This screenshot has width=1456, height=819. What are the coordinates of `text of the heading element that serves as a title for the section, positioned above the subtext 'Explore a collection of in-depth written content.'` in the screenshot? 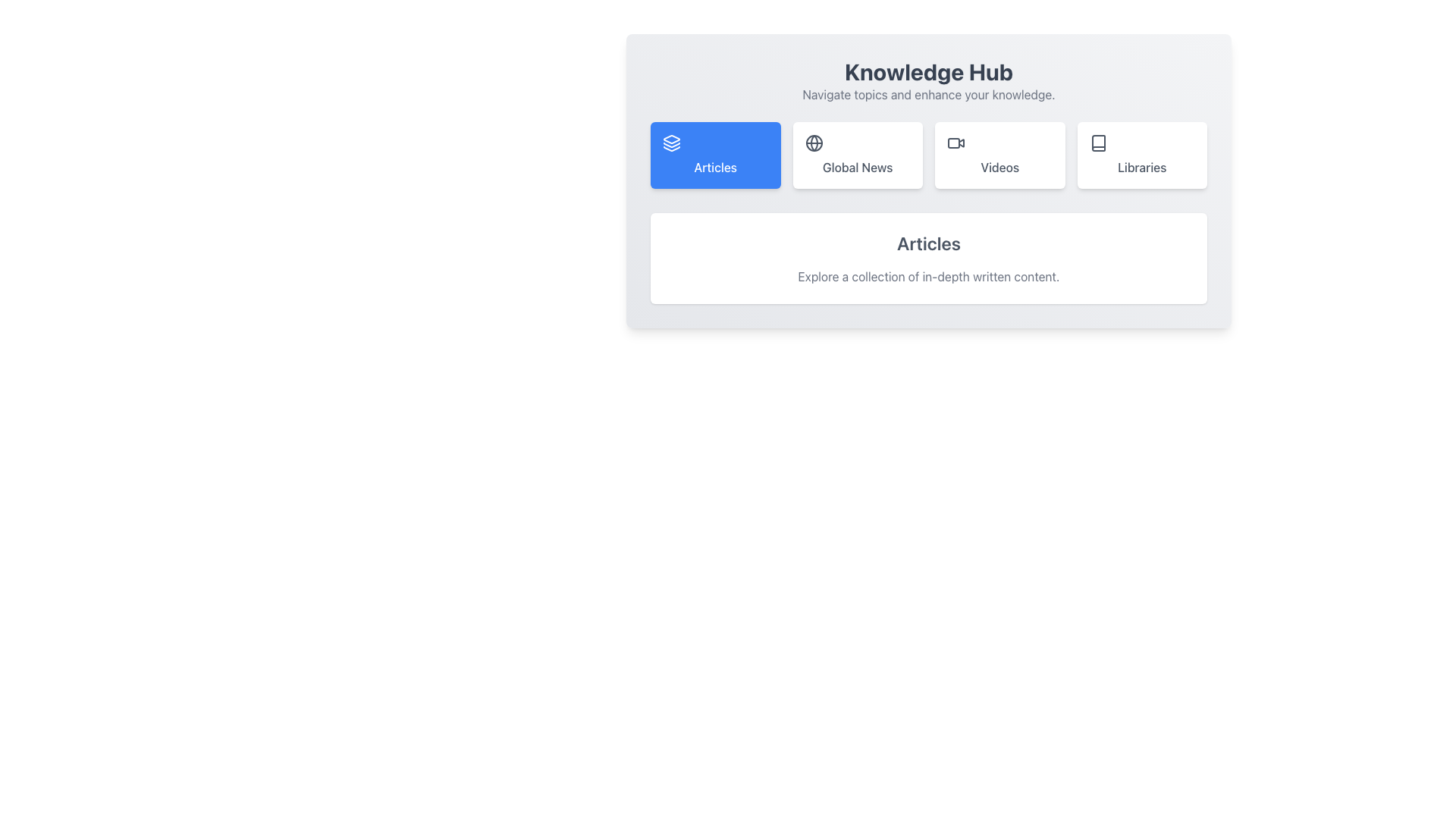 It's located at (927, 242).